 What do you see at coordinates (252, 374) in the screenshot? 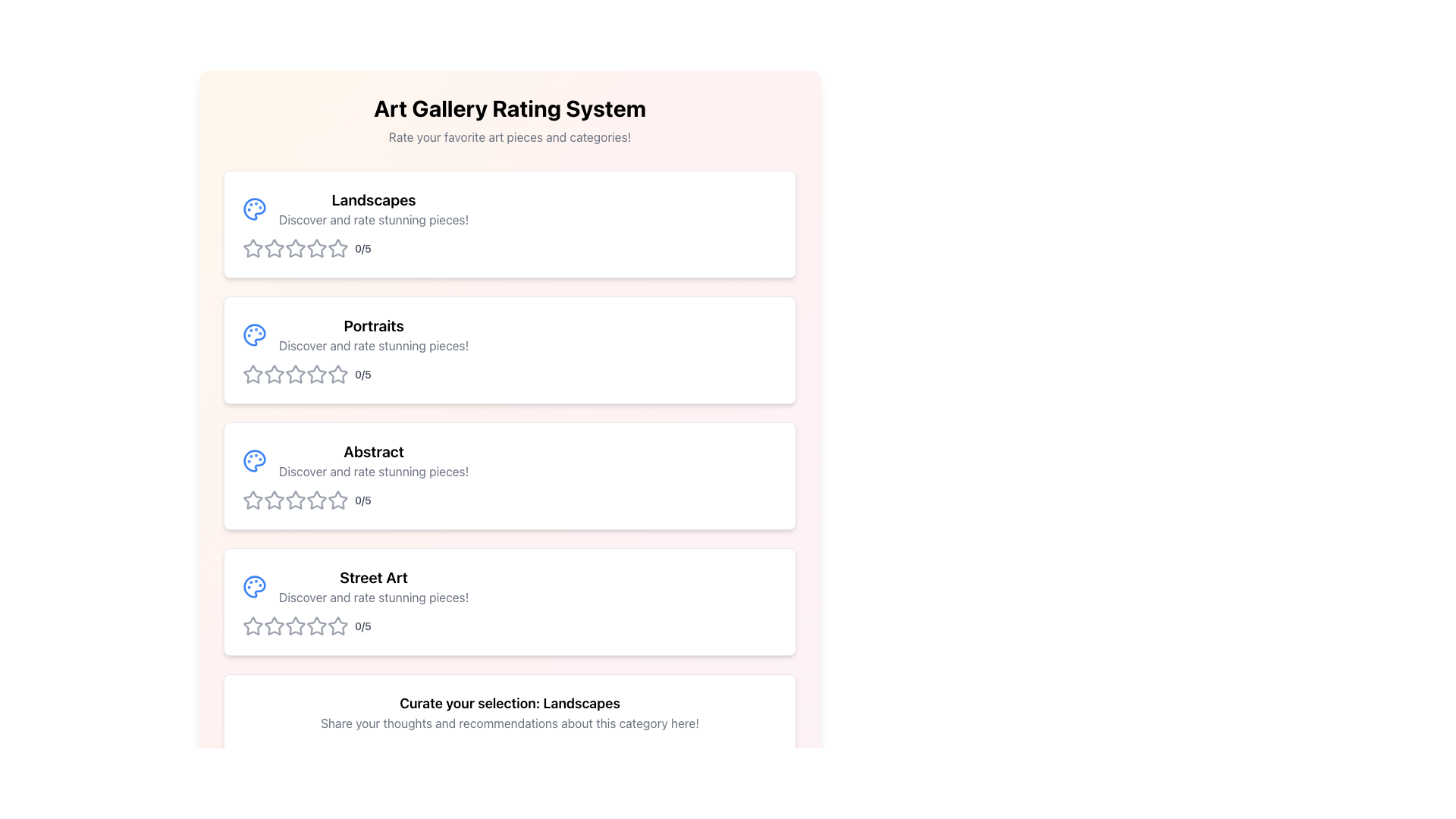
I see `the first star-shaped Rating Star Button, which is hollow with a gray outline, to rate the category under 'Portraits'` at bounding box center [252, 374].